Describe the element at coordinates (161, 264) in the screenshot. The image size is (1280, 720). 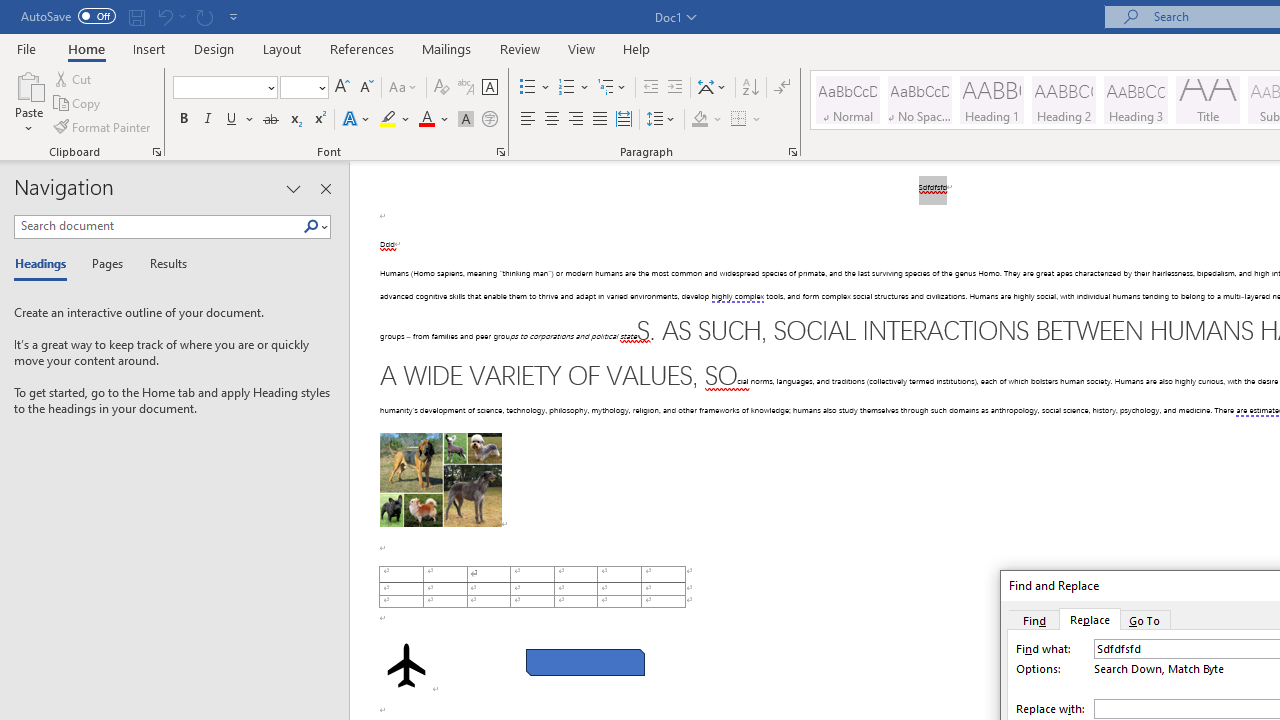
I see `'Results'` at that location.